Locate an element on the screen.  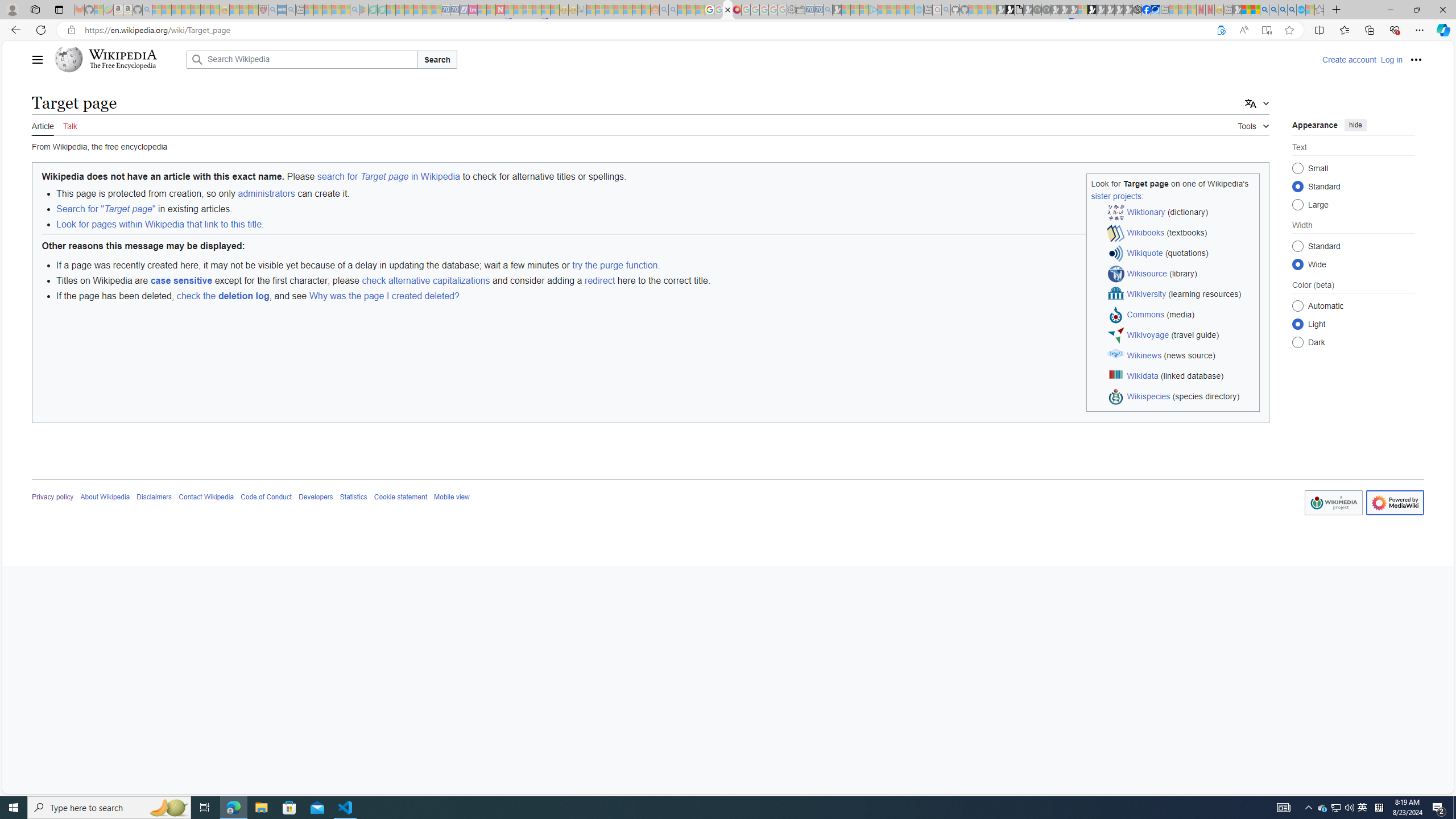
'Kinda Frugal - MSN - Sleeping' is located at coordinates (628, 9).